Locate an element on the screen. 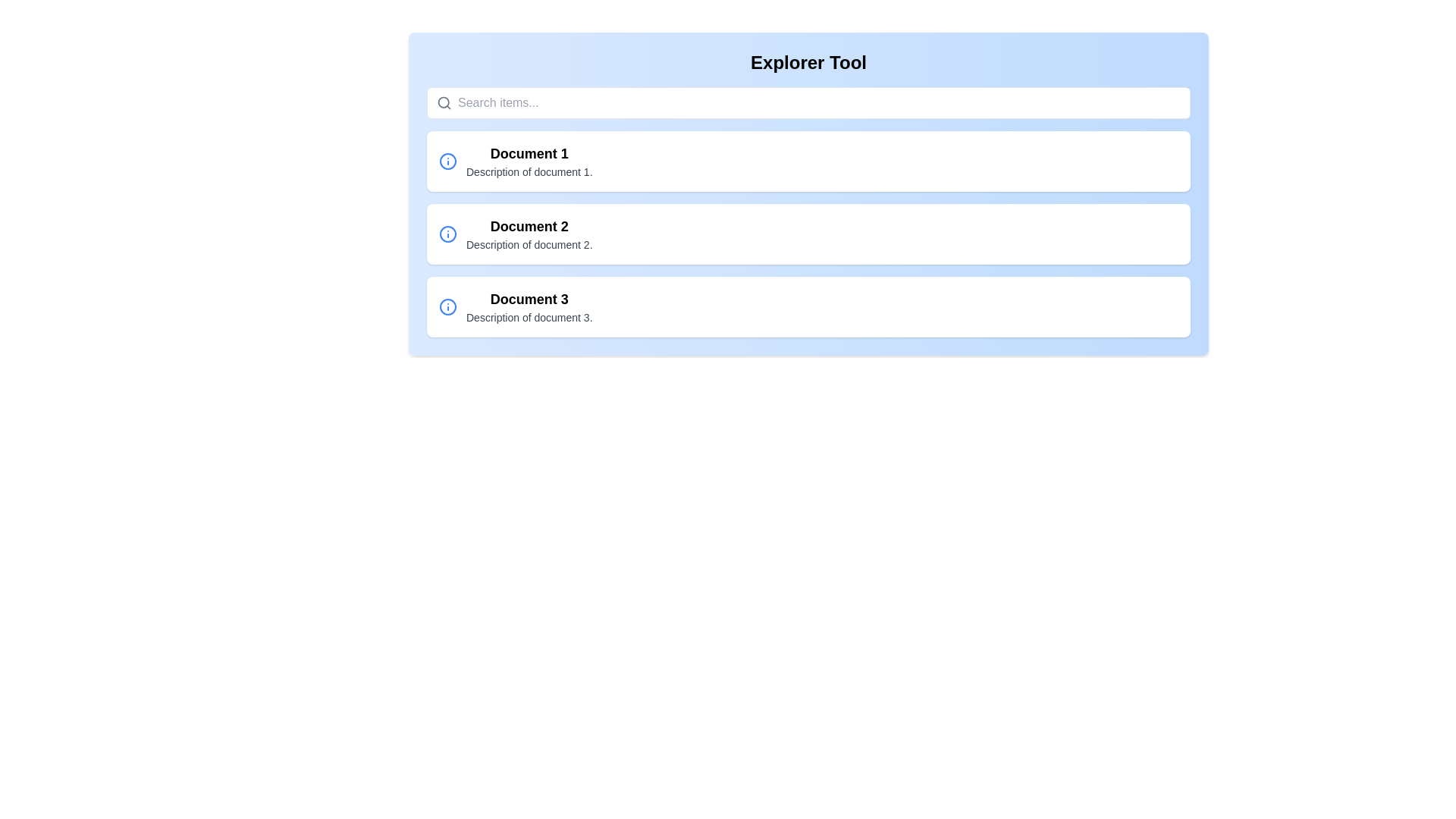 The width and height of the screenshot is (1456, 819). the prominently displayed text label reading 'Document 1' is located at coordinates (529, 154).